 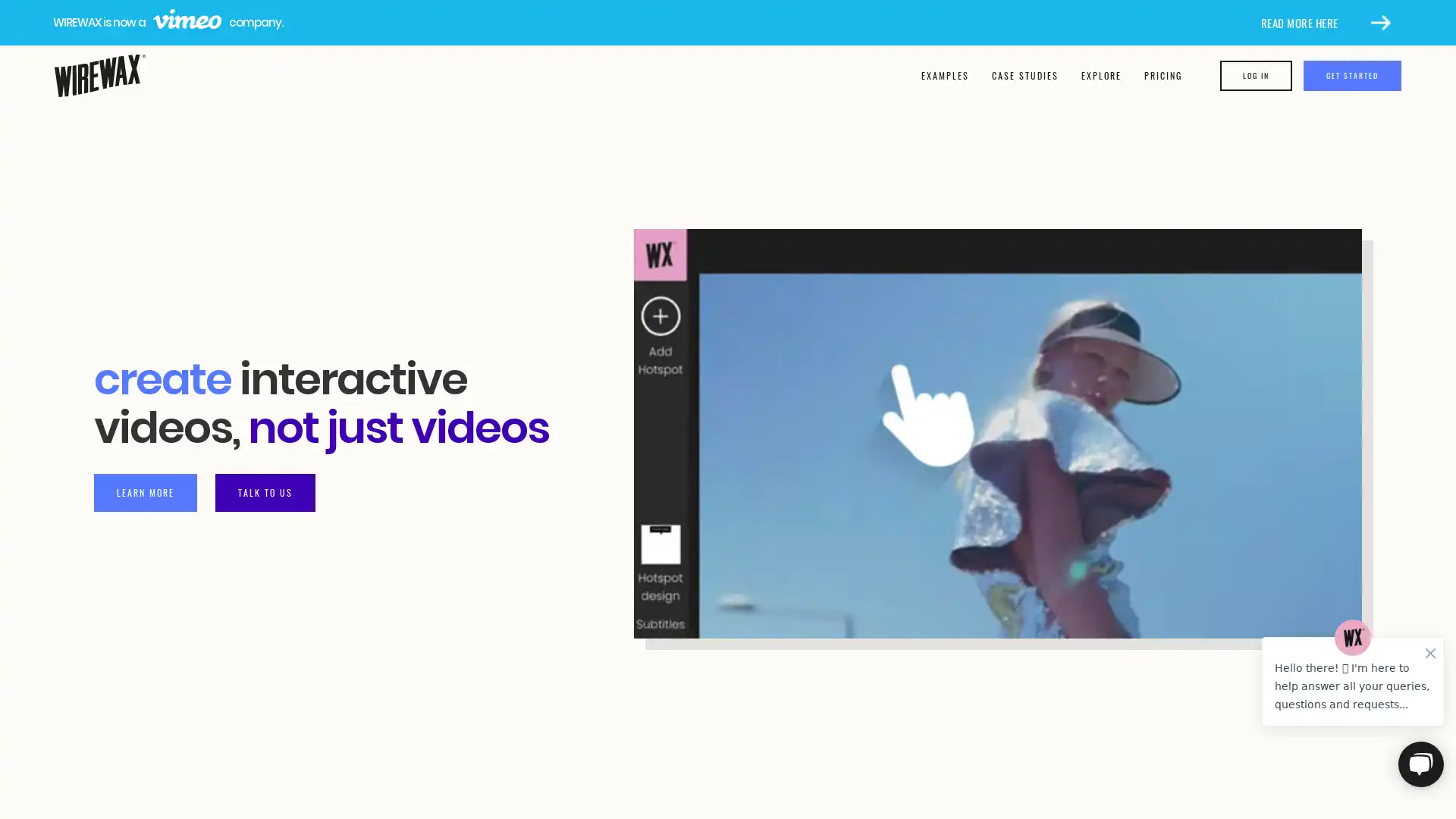 What do you see at coordinates (265, 491) in the screenshot?
I see `TALK TO US` at bounding box center [265, 491].